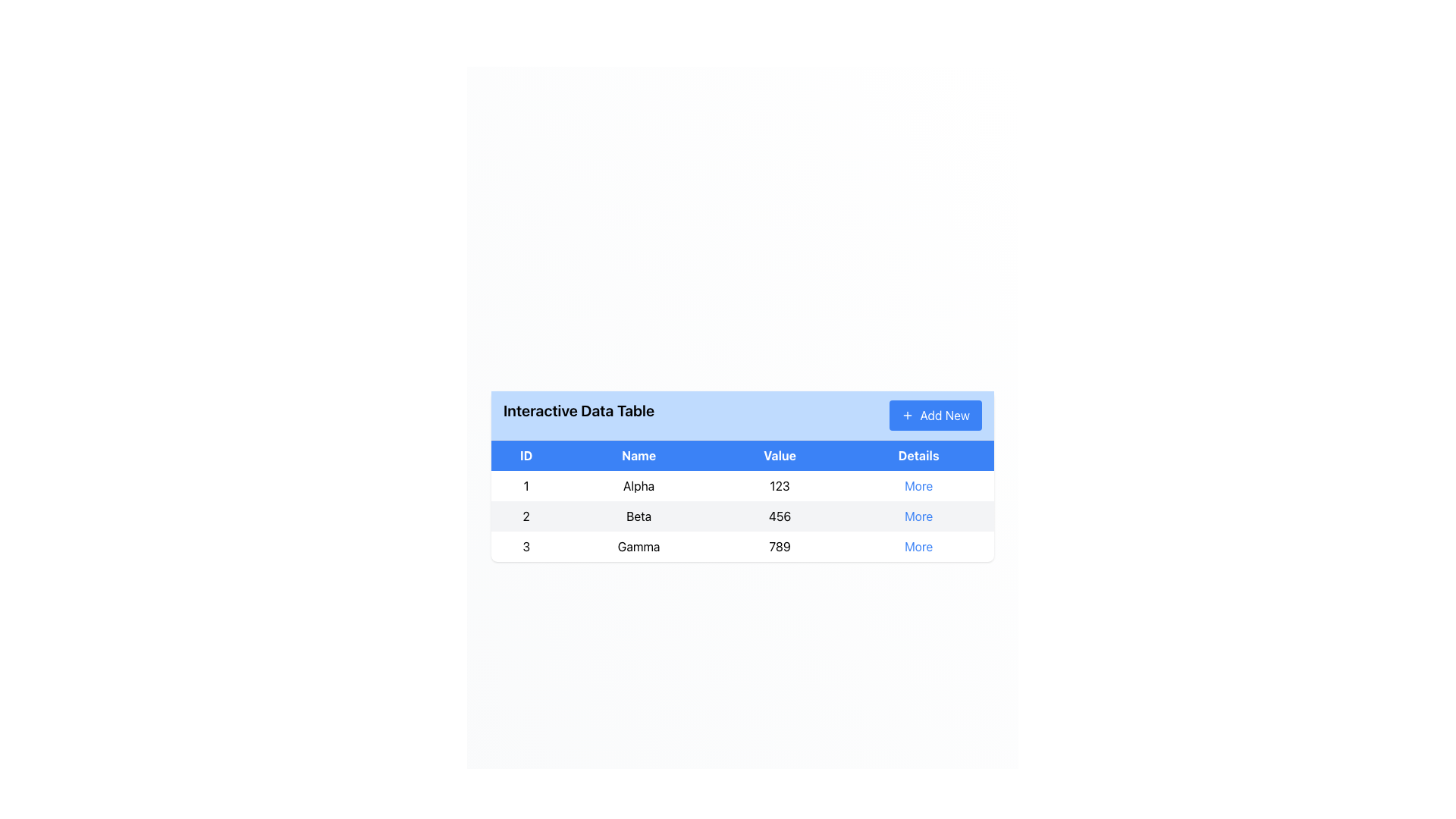 The image size is (1456, 819). I want to click on the 'Details' header label in the data table layout, which is the rightmost element in a row of four labels: 'ID', 'Name', 'Value', and 'Details', so click(918, 454).